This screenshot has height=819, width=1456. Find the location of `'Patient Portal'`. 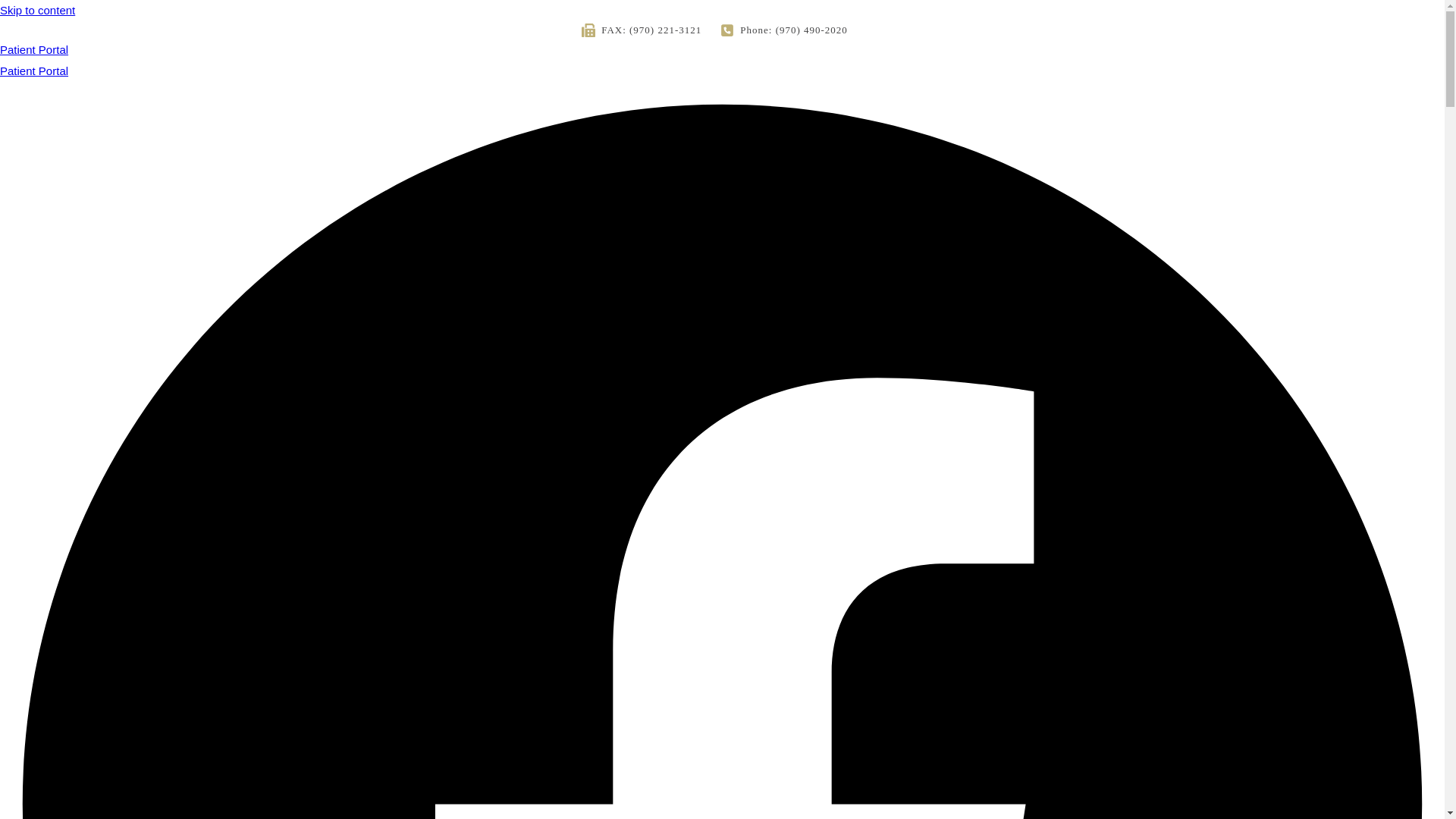

'Patient Portal' is located at coordinates (721, 58).